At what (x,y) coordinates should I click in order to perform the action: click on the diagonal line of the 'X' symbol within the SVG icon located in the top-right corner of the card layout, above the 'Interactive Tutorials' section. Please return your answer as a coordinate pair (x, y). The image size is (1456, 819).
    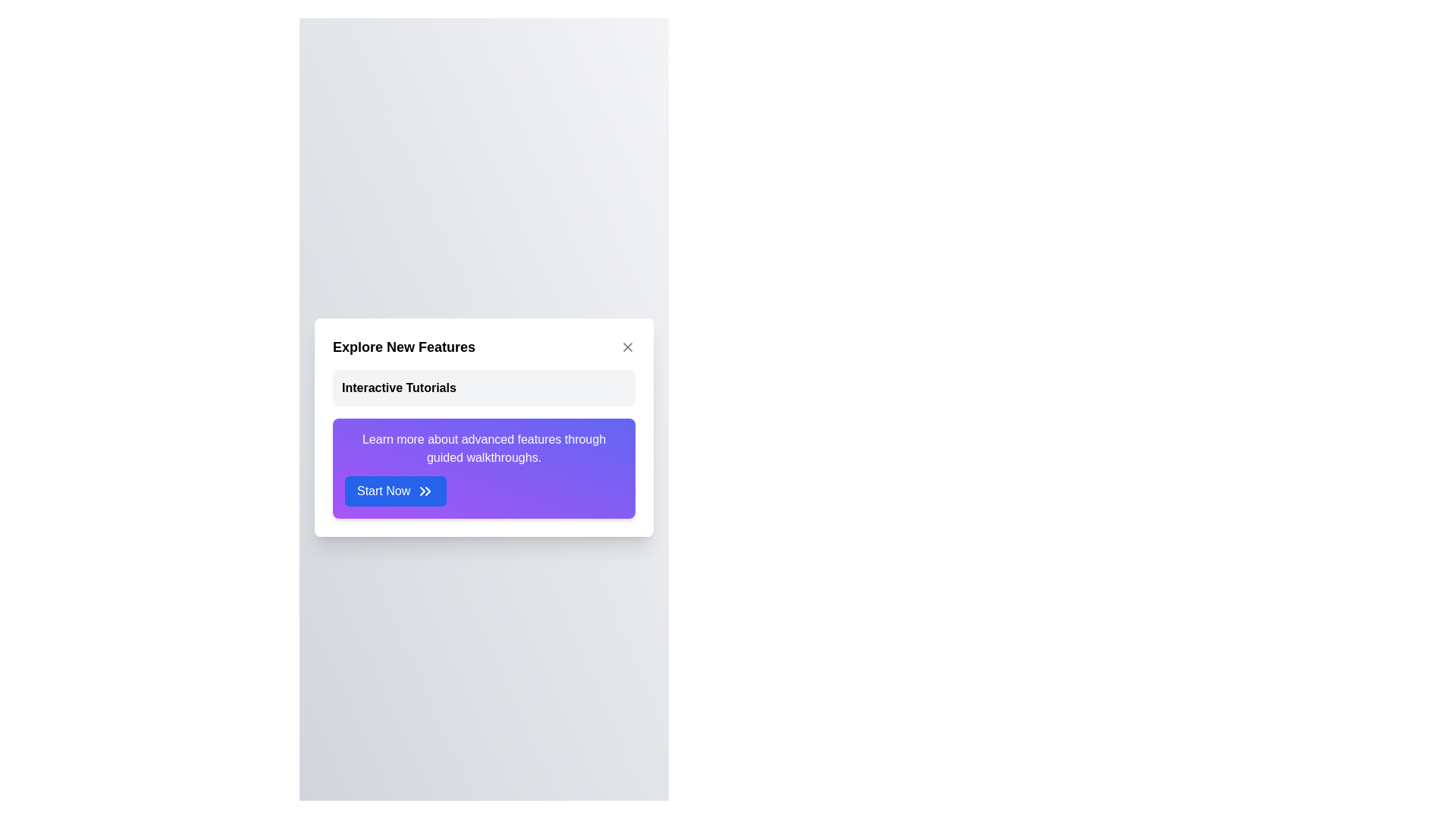
    Looking at the image, I should click on (628, 347).